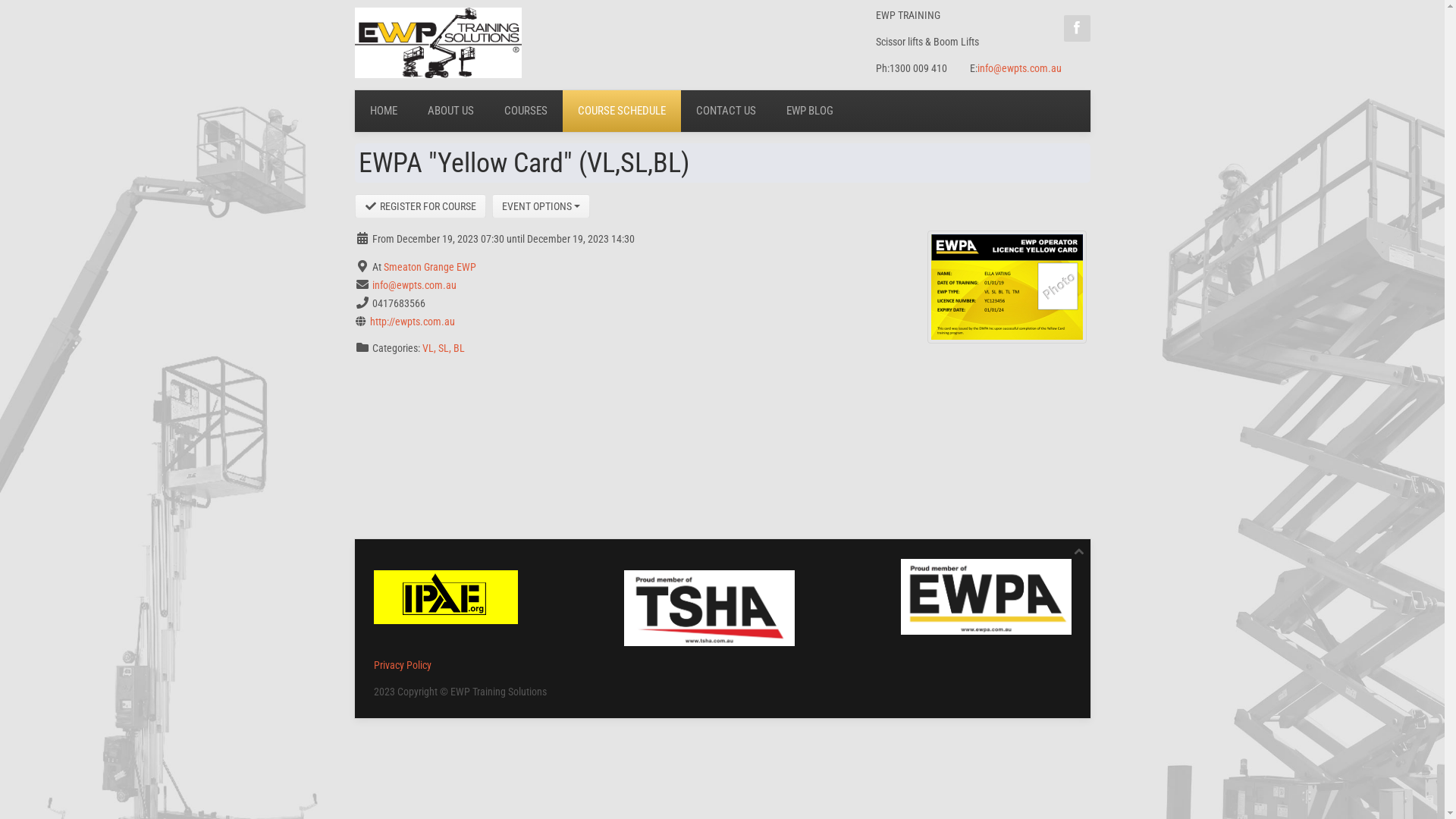  Describe the element at coordinates (353, 110) in the screenshot. I see `'HOME'` at that location.